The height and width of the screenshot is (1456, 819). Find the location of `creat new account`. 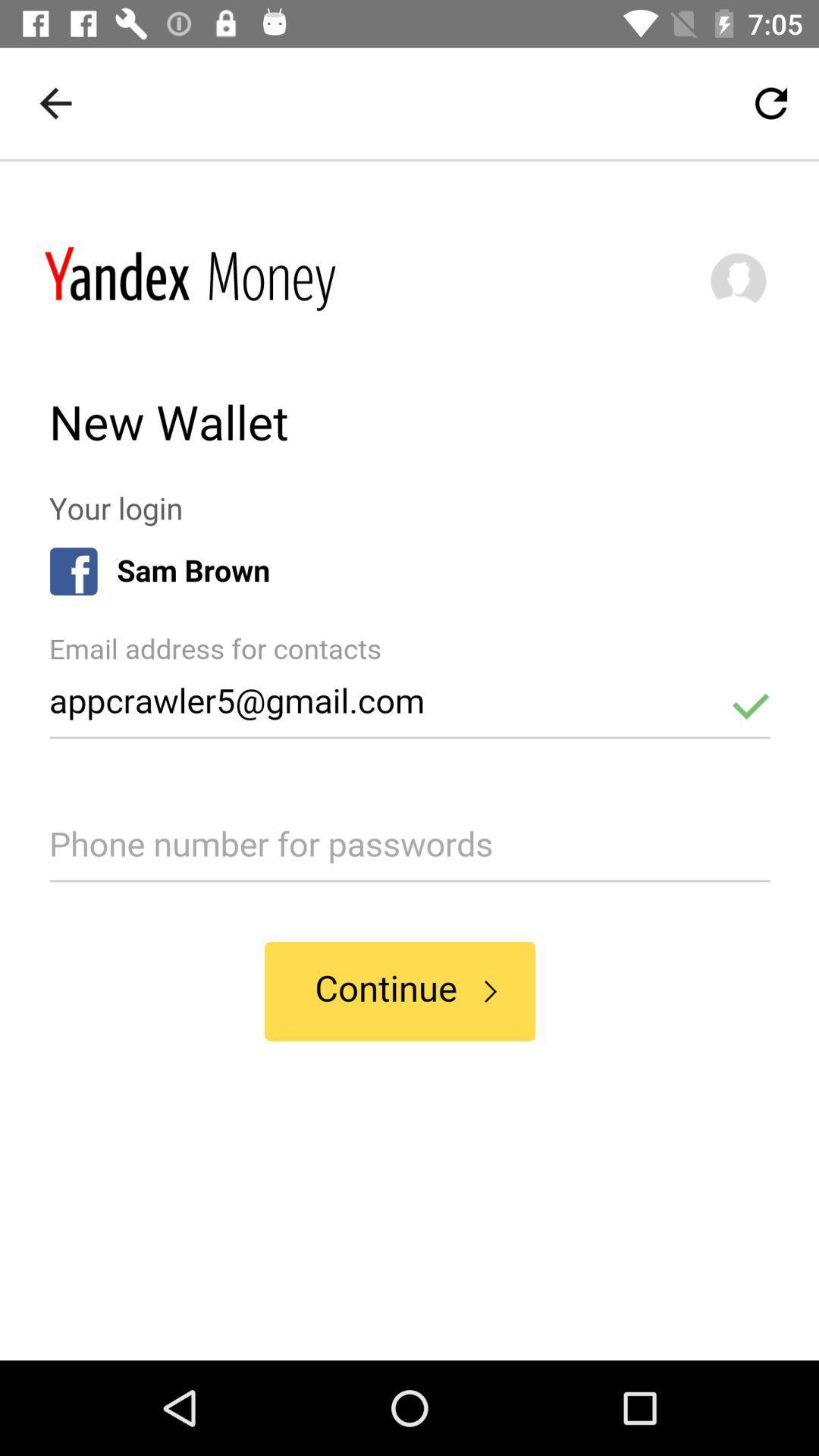

creat new account is located at coordinates (409, 761).